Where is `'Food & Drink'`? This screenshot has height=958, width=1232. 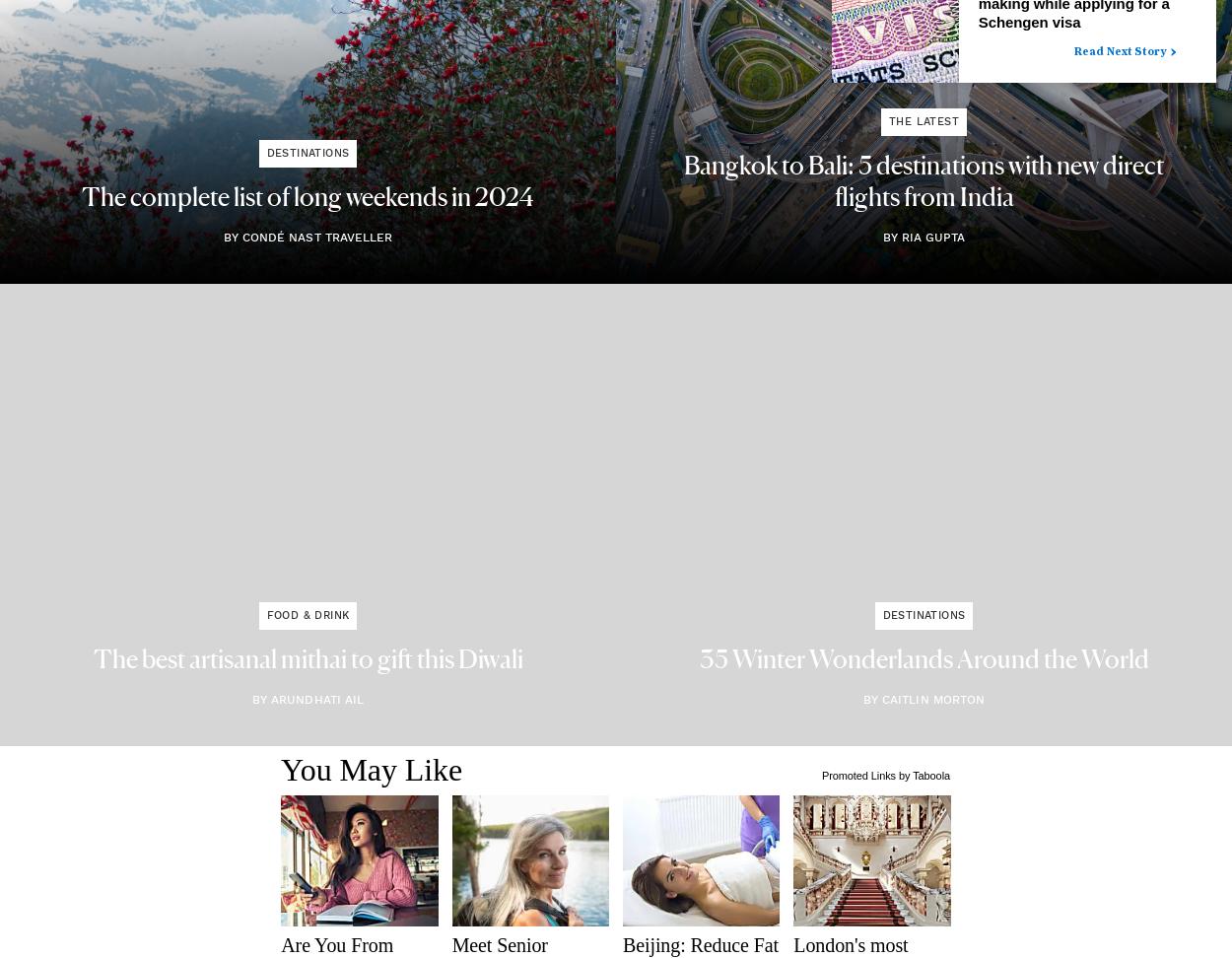
'Food & Drink' is located at coordinates (308, 615).